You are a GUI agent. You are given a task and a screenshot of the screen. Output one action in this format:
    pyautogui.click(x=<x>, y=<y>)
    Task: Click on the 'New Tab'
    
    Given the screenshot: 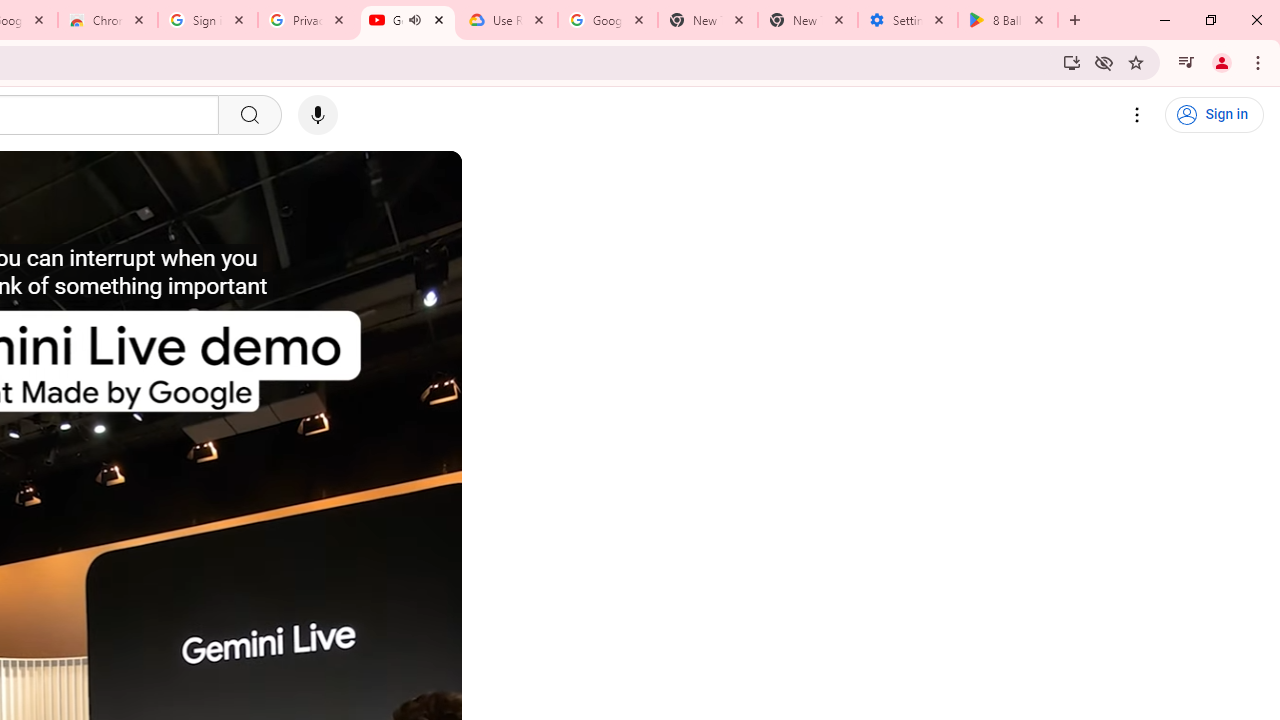 What is the action you would take?
    pyautogui.click(x=807, y=20)
    